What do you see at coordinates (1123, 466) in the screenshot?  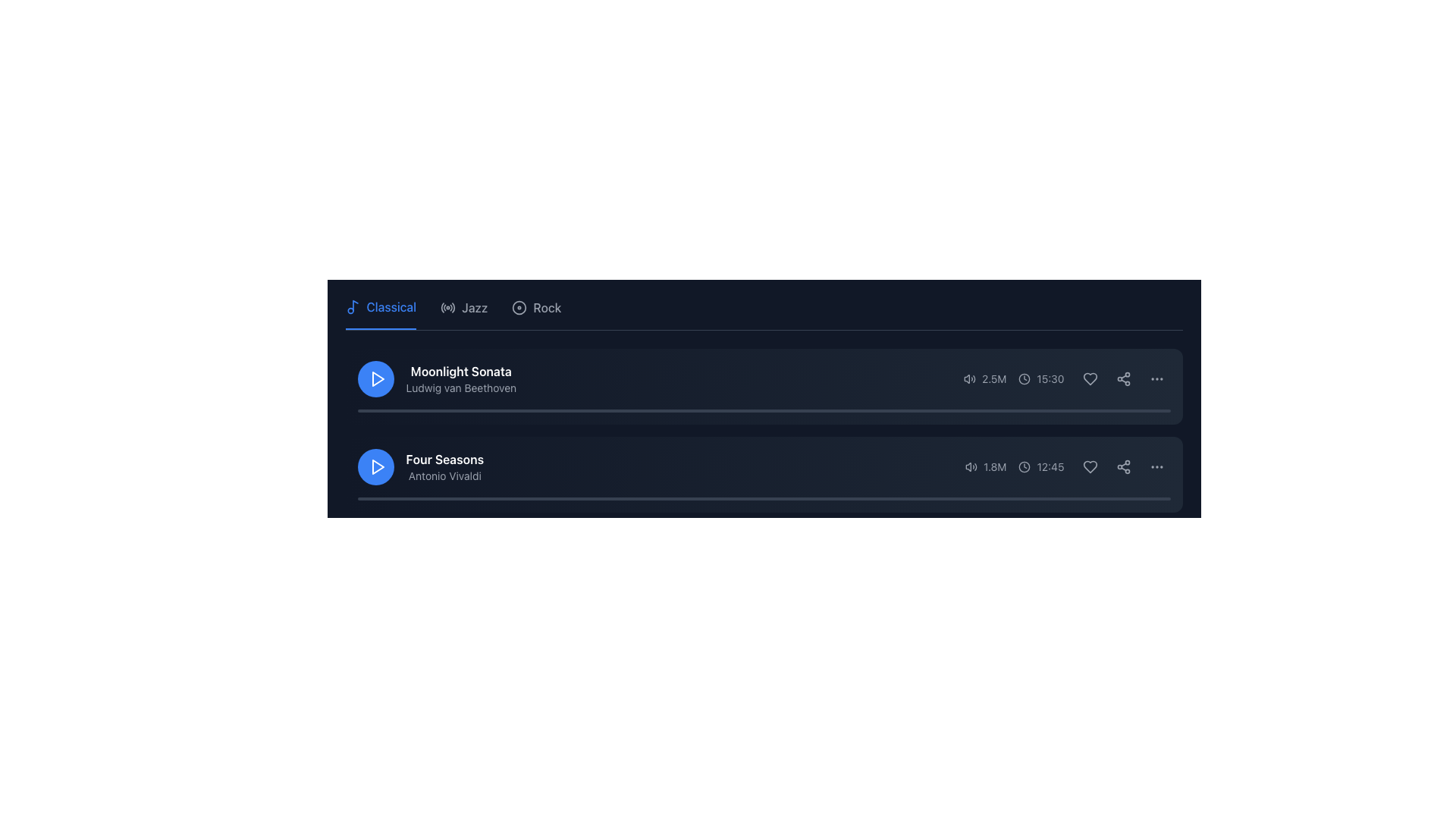 I see `the share icon button, which is the second icon in the last row of action buttons for the music track` at bounding box center [1123, 466].